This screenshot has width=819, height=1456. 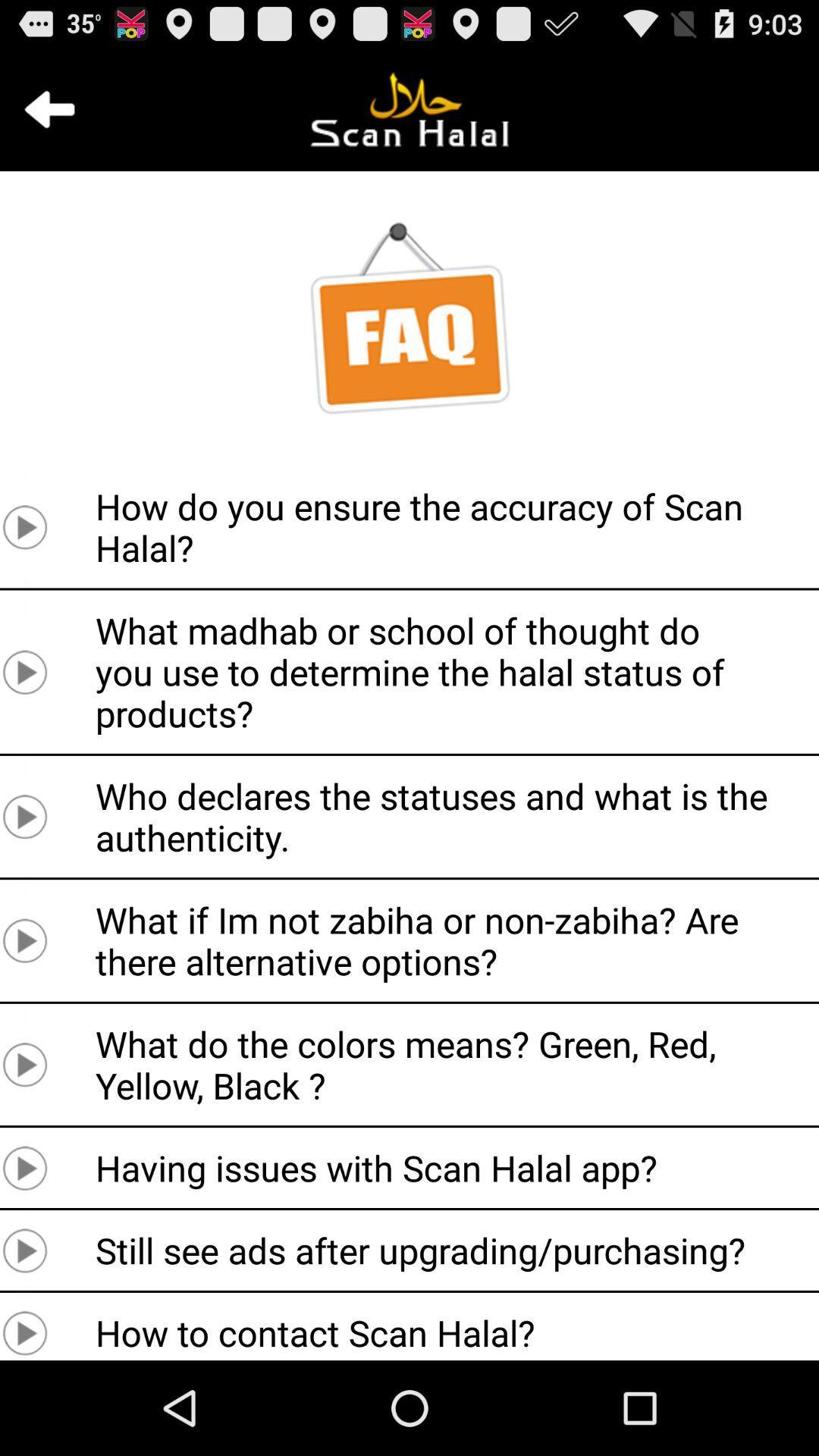 I want to click on the arrow_backward icon, so click(x=49, y=116).